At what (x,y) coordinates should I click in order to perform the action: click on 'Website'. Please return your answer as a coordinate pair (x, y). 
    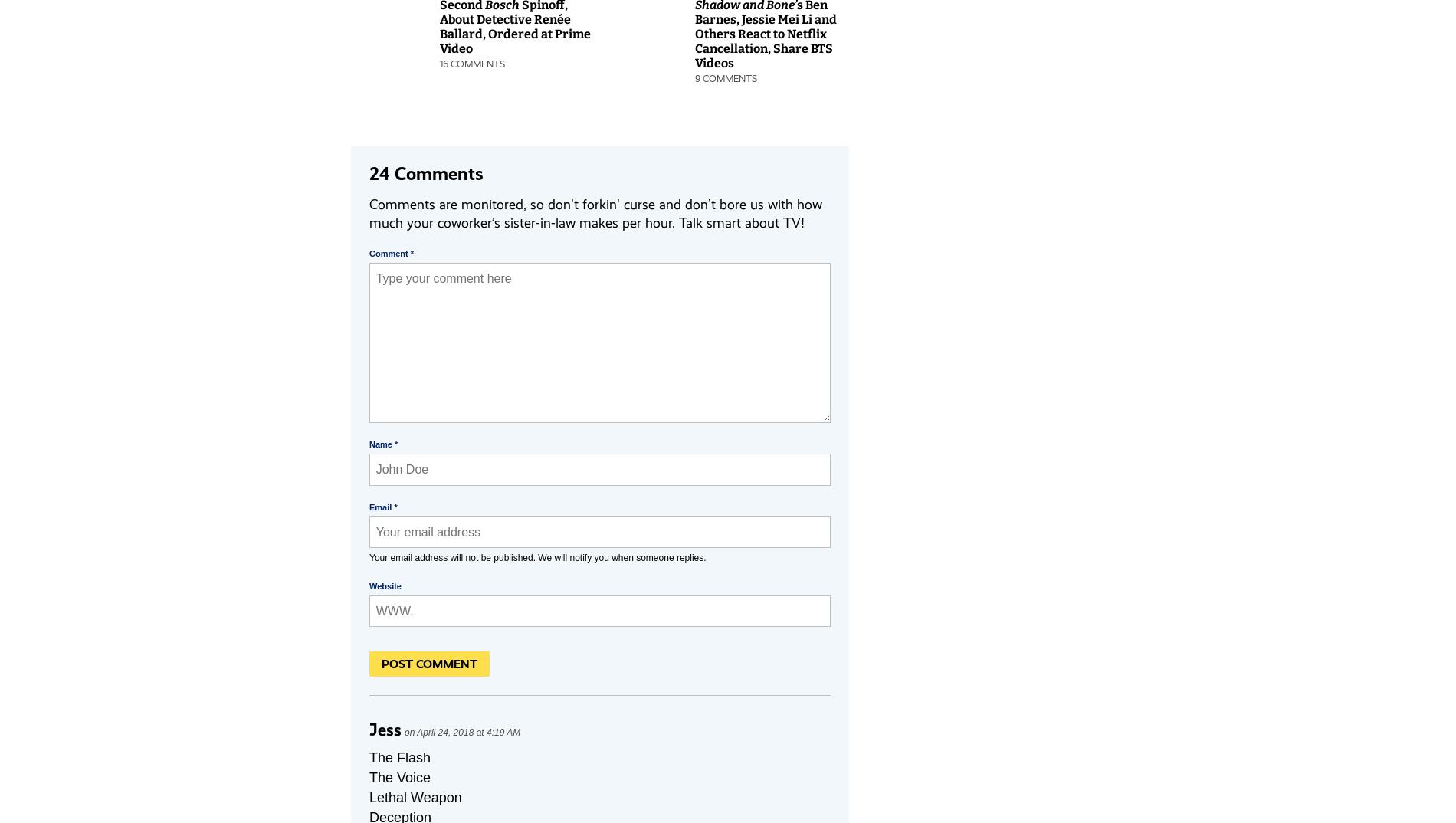
    Looking at the image, I should click on (385, 585).